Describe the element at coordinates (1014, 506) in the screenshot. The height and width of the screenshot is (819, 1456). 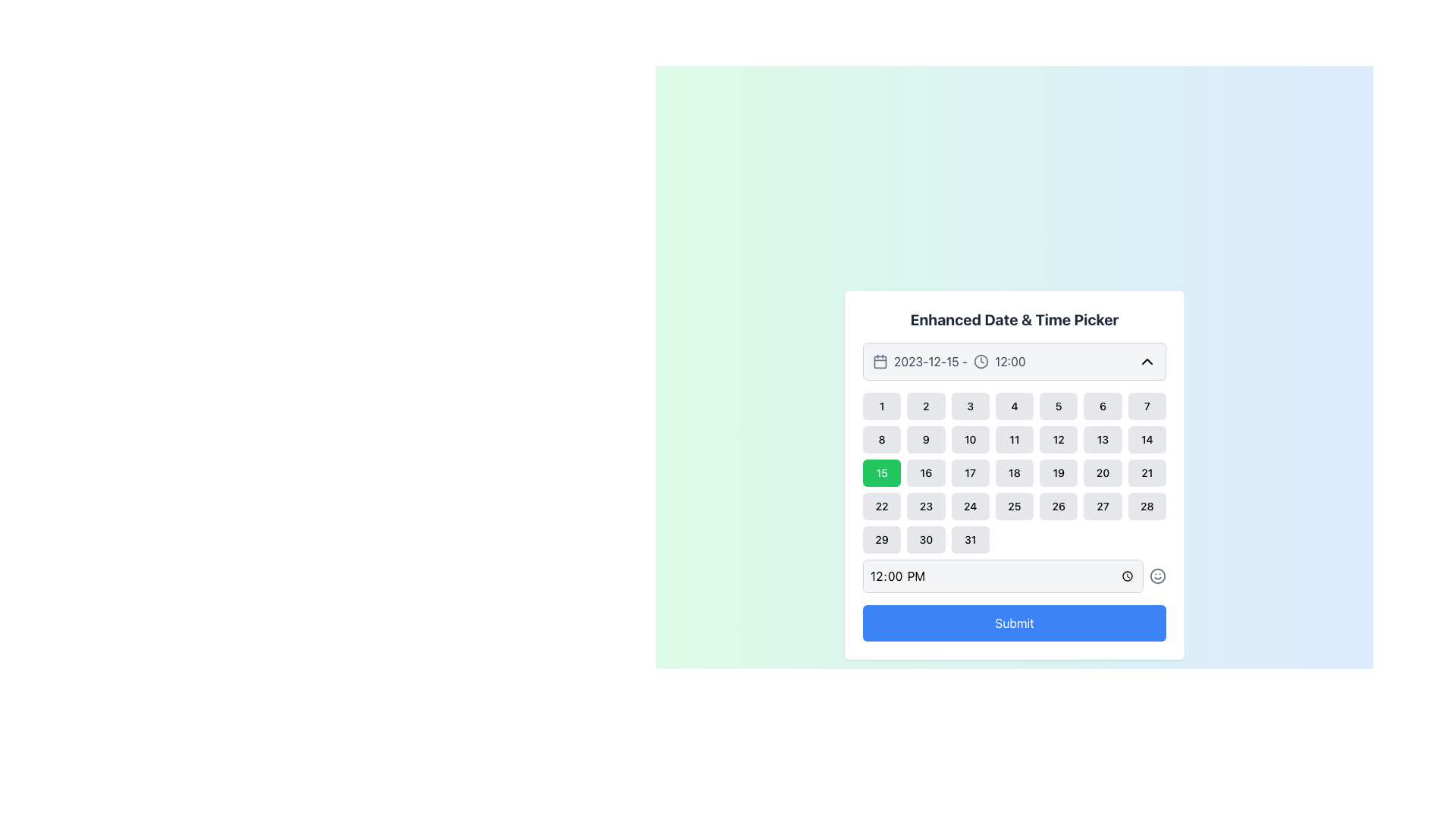
I see `the button representing the 25th day in the calendar interface` at that location.